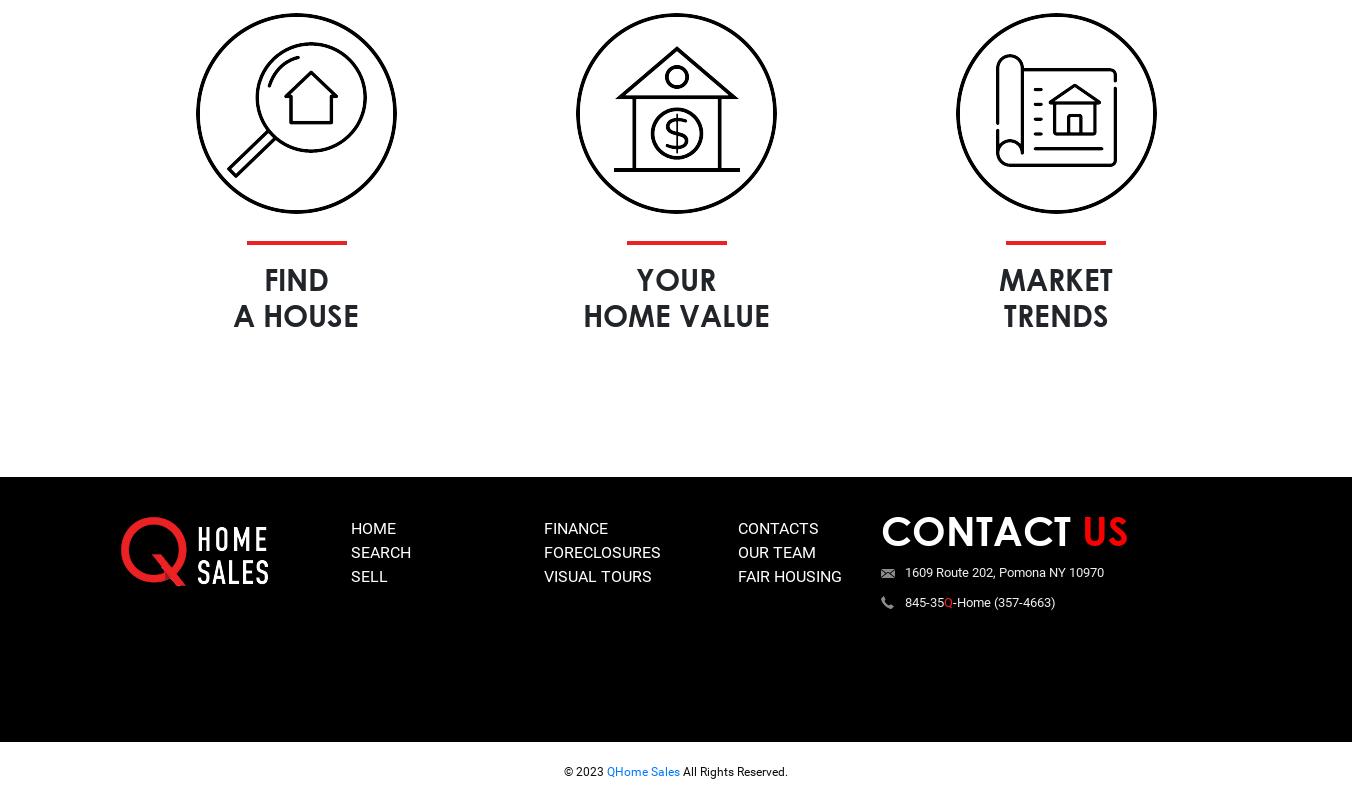 This screenshot has height=802, width=1352. What do you see at coordinates (776, 551) in the screenshot?
I see `'Our Team'` at bounding box center [776, 551].